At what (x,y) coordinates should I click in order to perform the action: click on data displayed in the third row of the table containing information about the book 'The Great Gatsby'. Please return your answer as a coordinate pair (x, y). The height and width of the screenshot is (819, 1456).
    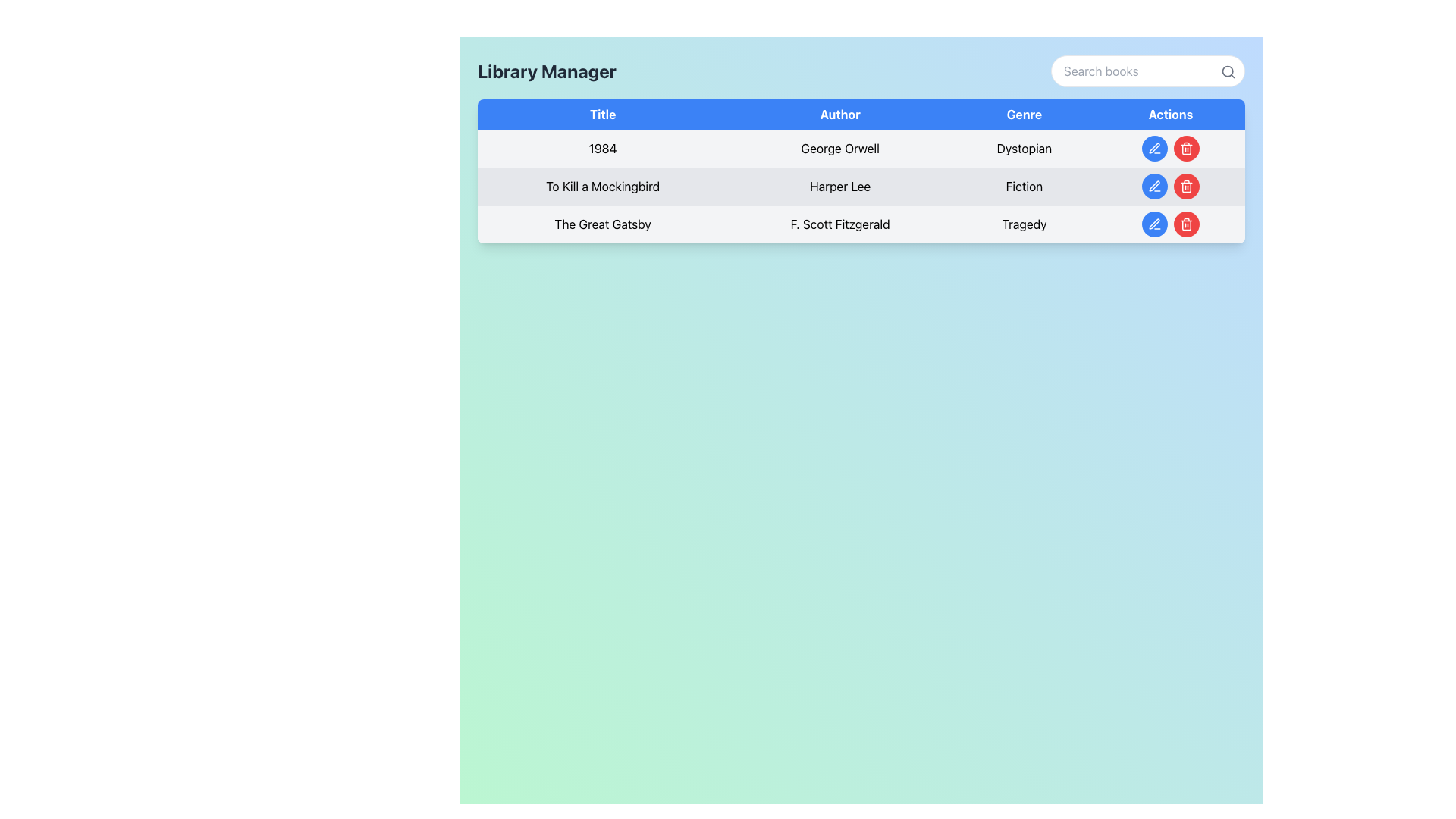
    Looking at the image, I should click on (861, 224).